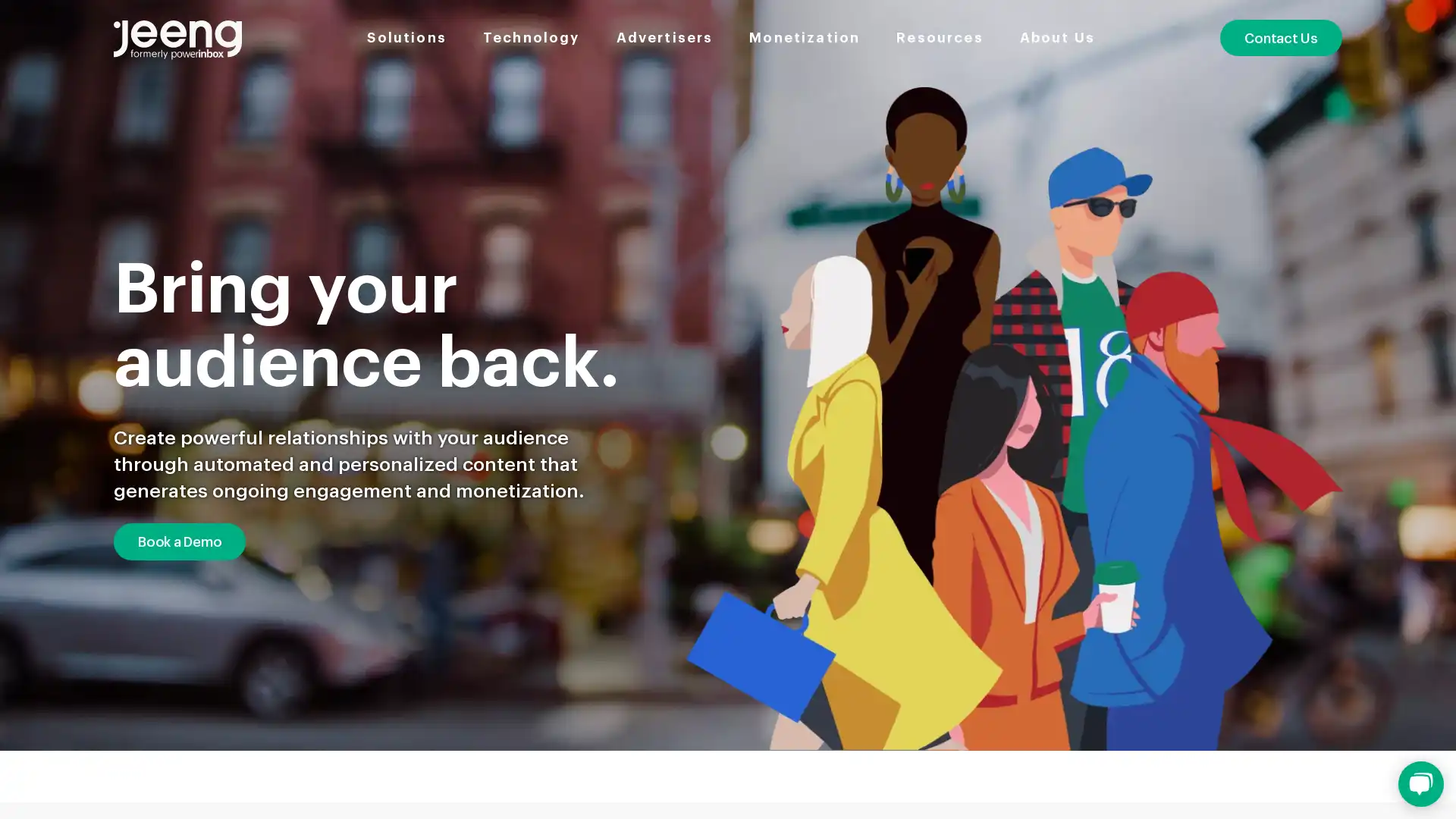  Describe the element at coordinates (662, 769) in the screenshot. I see `Go to slide 1` at that location.